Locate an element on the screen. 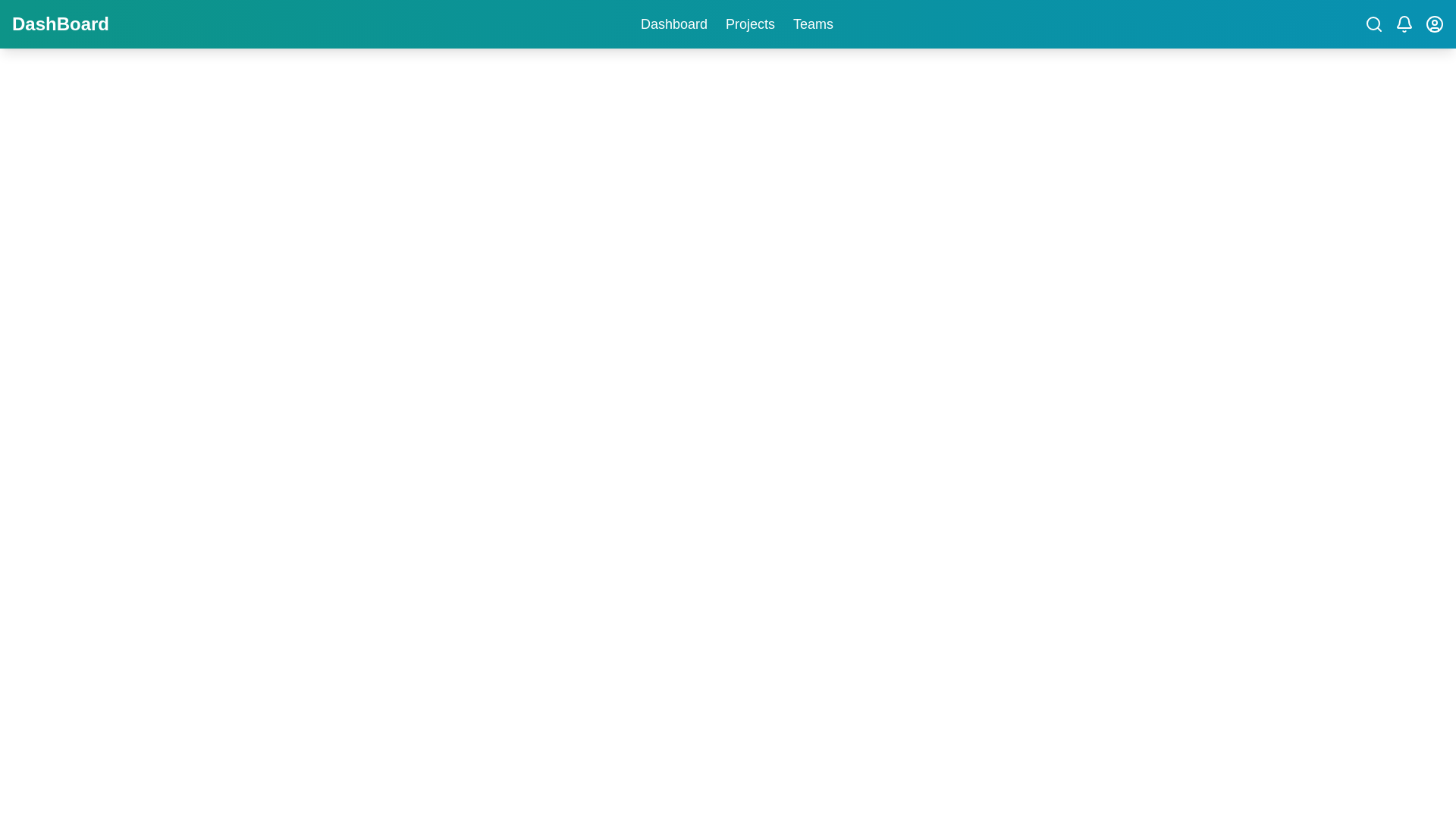 The image size is (1456, 819). the bell icon located in the top-right corner of the navigation bar is located at coordinates (1404, 24).